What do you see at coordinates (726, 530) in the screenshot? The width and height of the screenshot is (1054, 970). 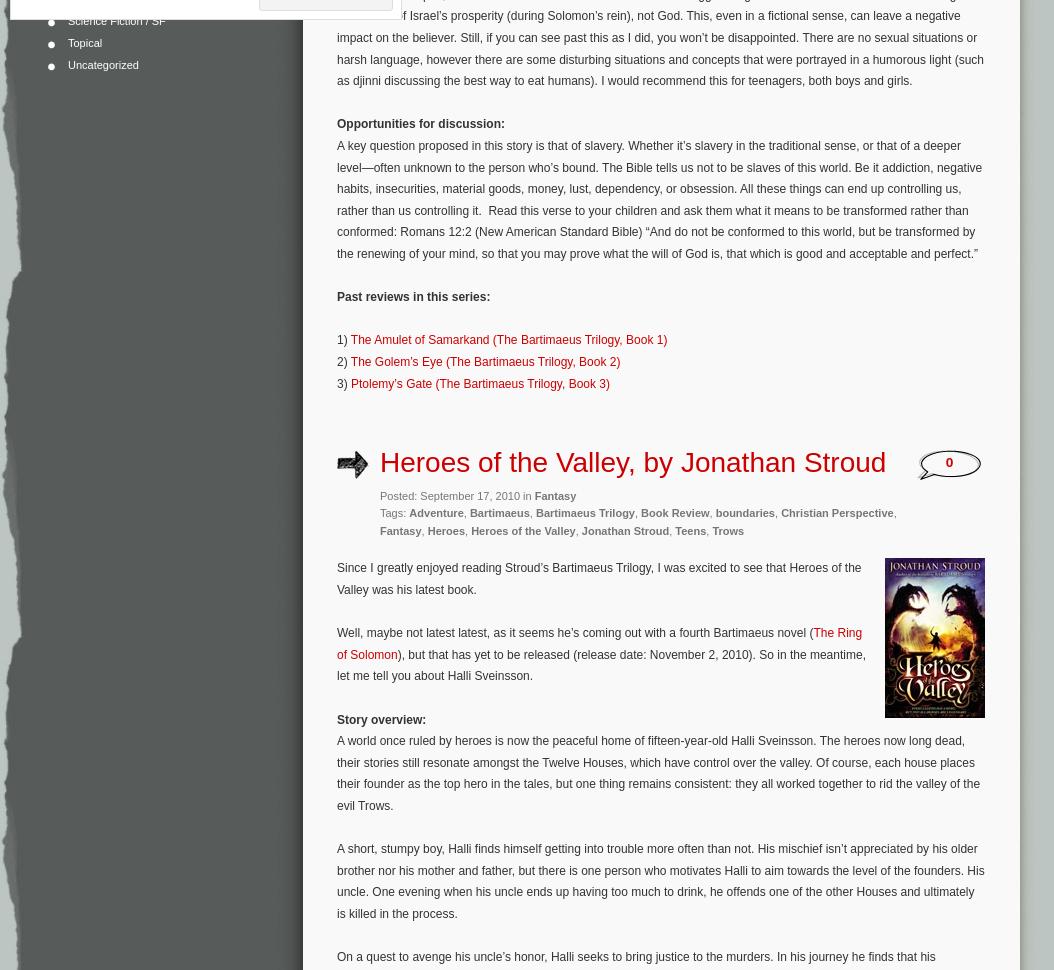 I see `'Trows'` at bounding box center [726, 530].